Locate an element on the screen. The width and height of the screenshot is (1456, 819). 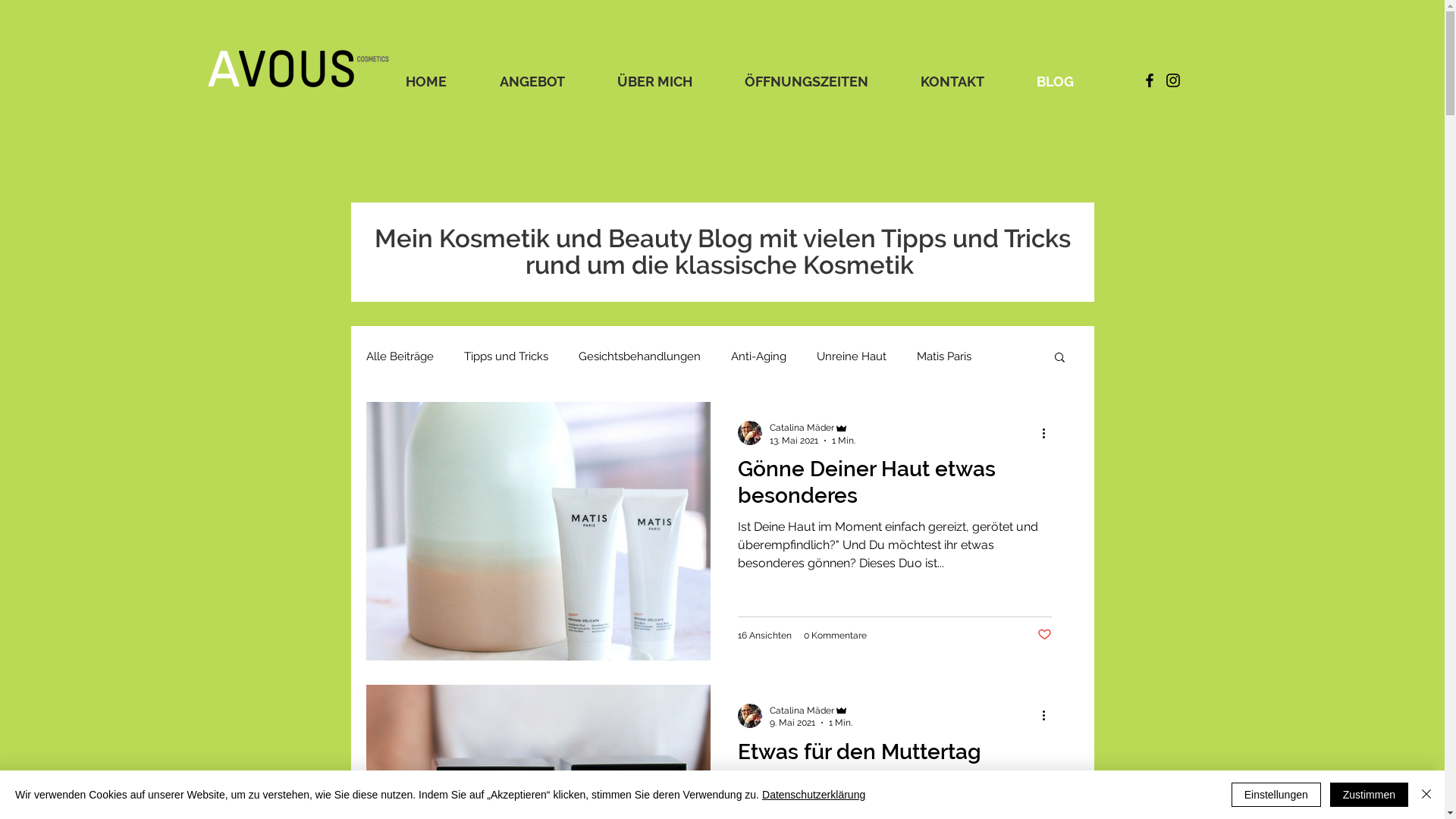
'Gesichtsbehandlungen' is located at coordinates (639, 356).